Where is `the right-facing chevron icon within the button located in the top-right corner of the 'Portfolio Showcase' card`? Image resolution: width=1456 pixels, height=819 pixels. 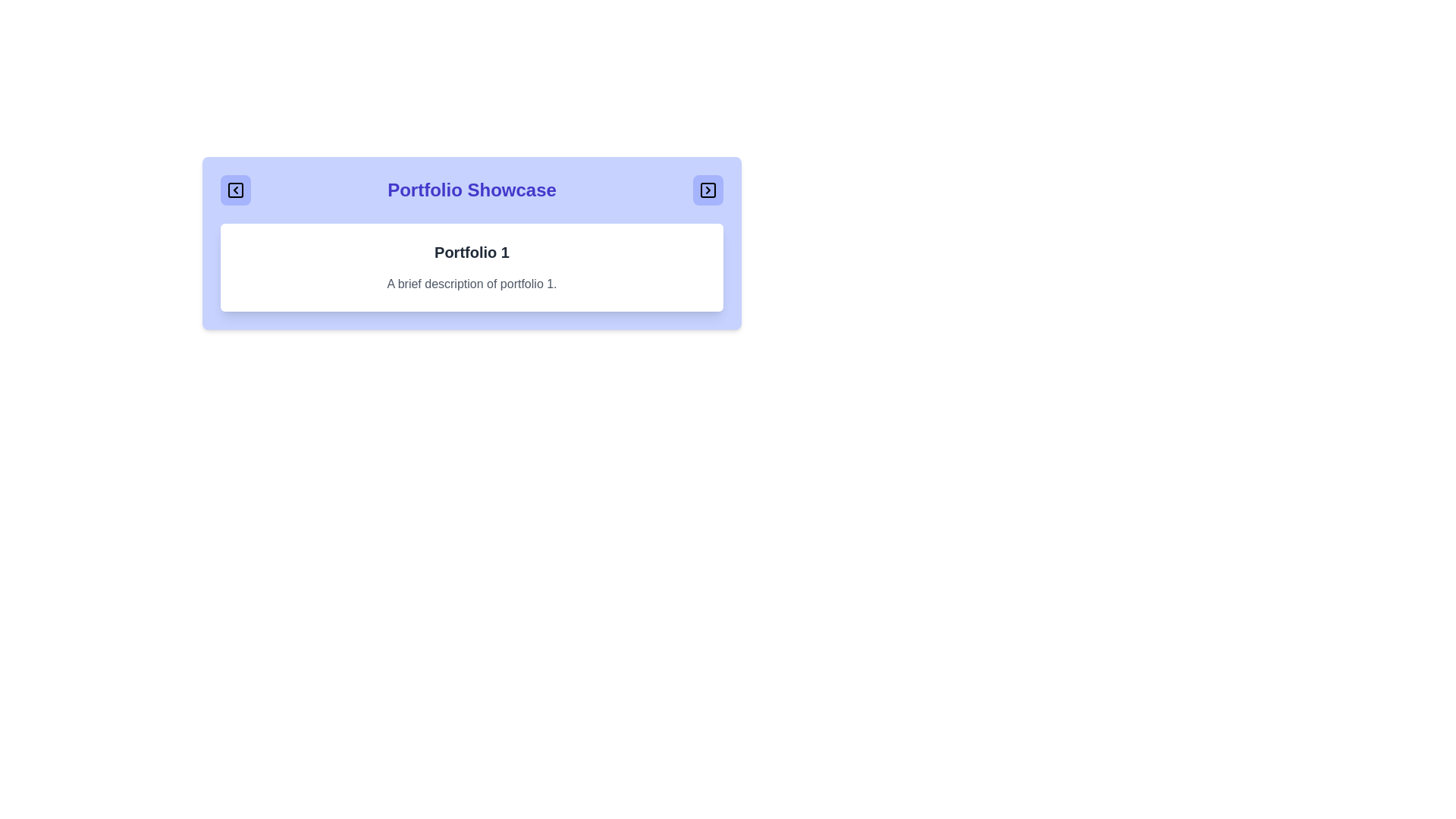
the right-facing chevron icon within the button located in the top-right corner of the 'Portfolio Showcase' card is located at coordinates (707, 189).